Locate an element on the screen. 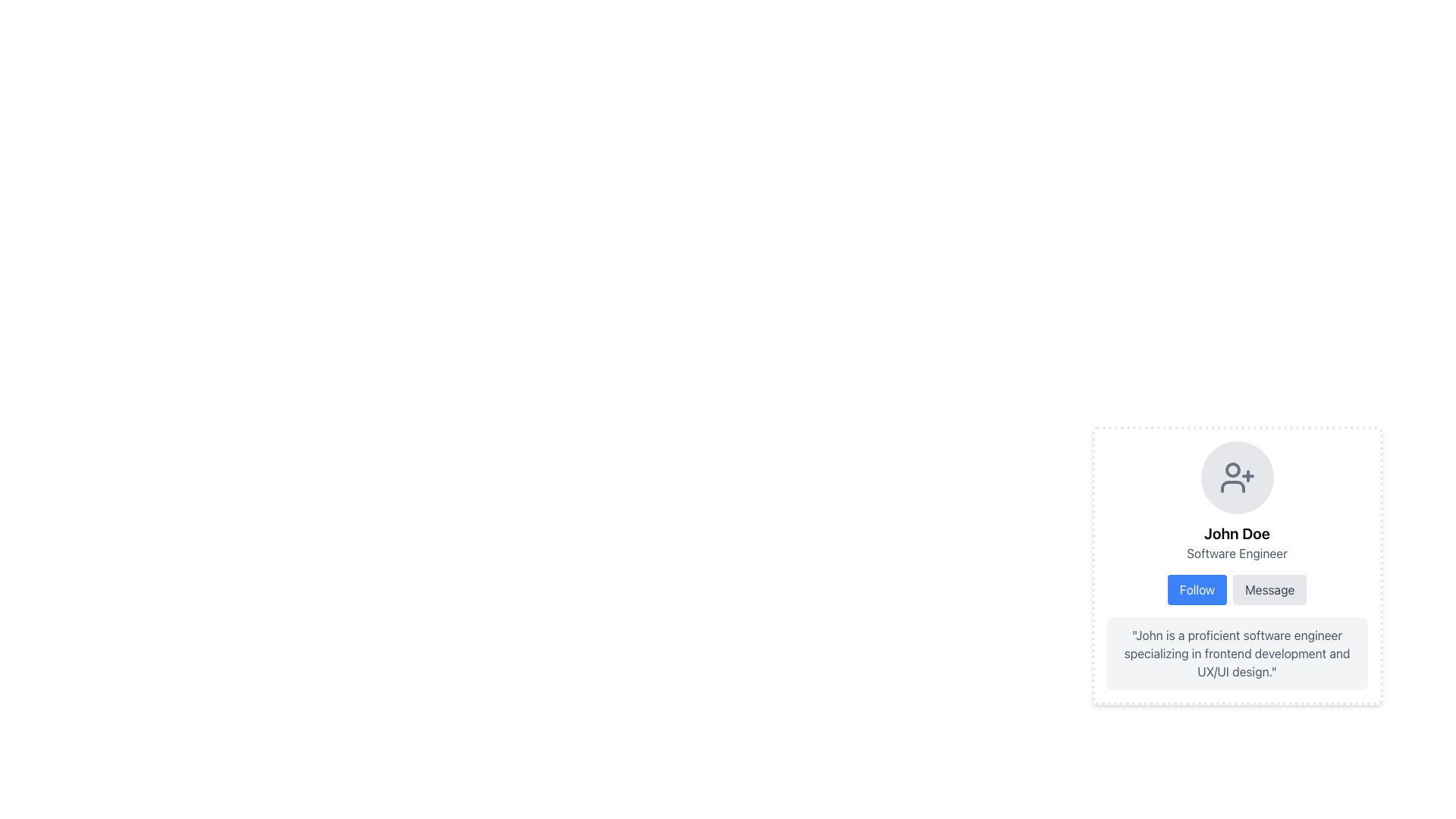  the messaging button located immediately to the right of the 'Follow' button within the profile card to initiate a messaging action is located at coordinates (1269, 589).